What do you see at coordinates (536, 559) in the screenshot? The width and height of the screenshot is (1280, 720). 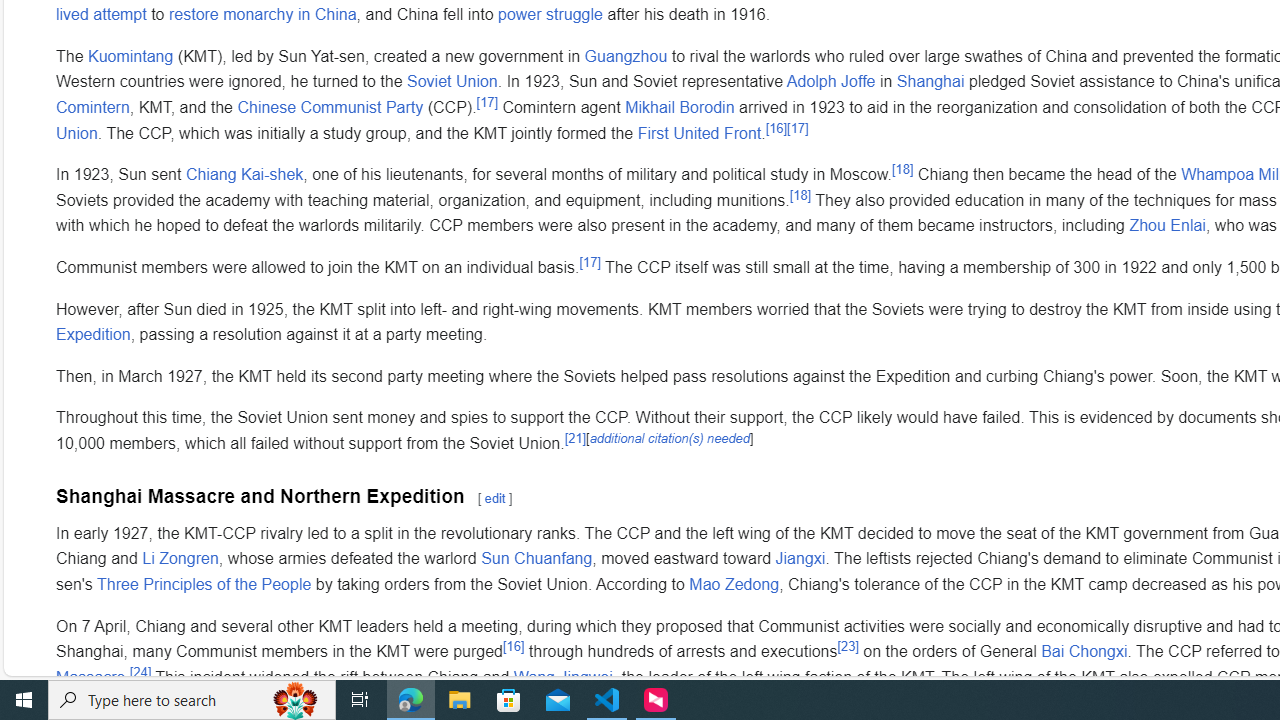 I see `'Sun Chuanfang'` at bounding box center [536, 559].